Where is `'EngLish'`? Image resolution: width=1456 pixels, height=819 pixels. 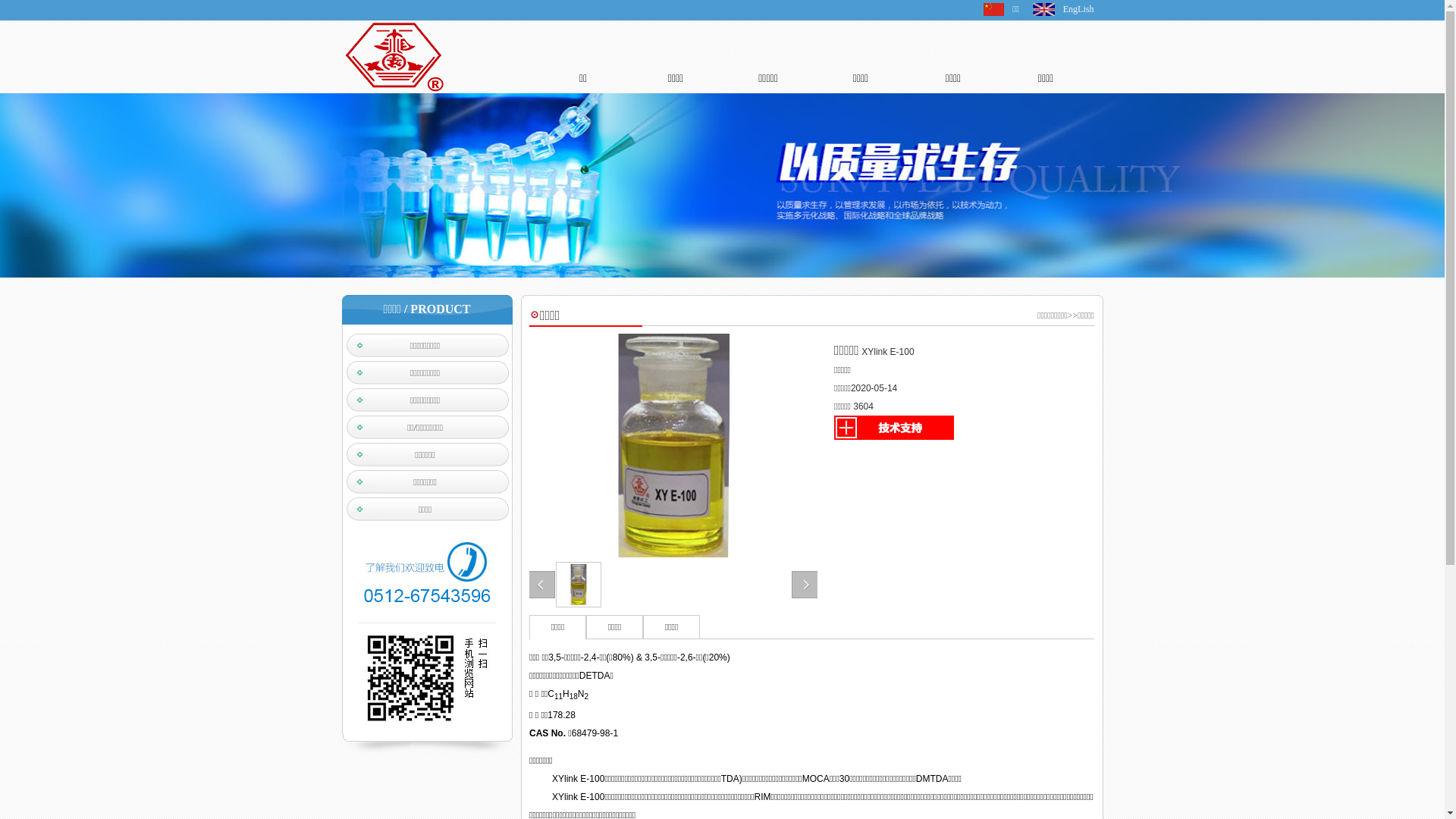 'EngLish' is located at coordinates (1062, 8).